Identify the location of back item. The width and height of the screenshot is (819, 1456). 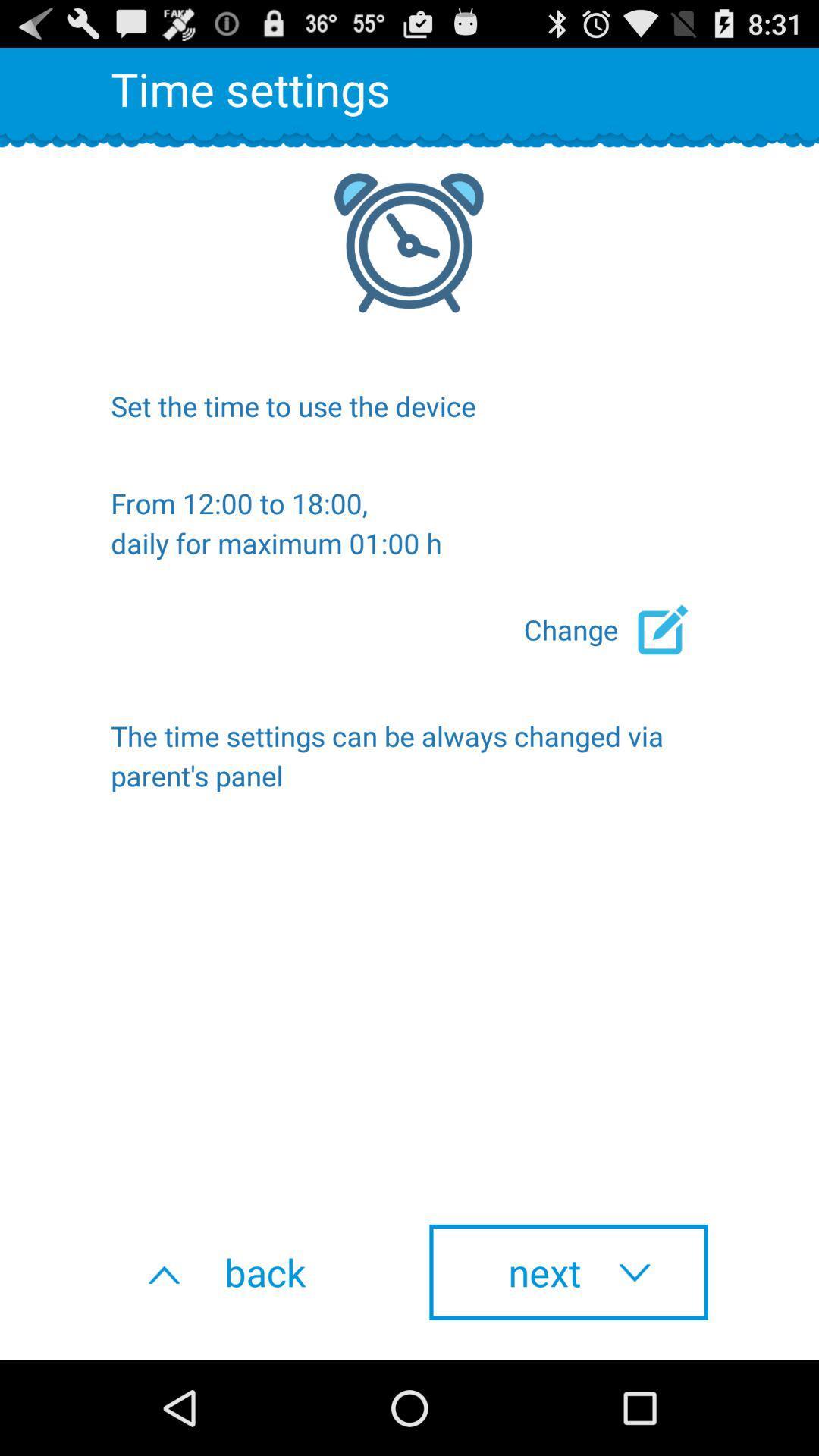
(249, 1272).